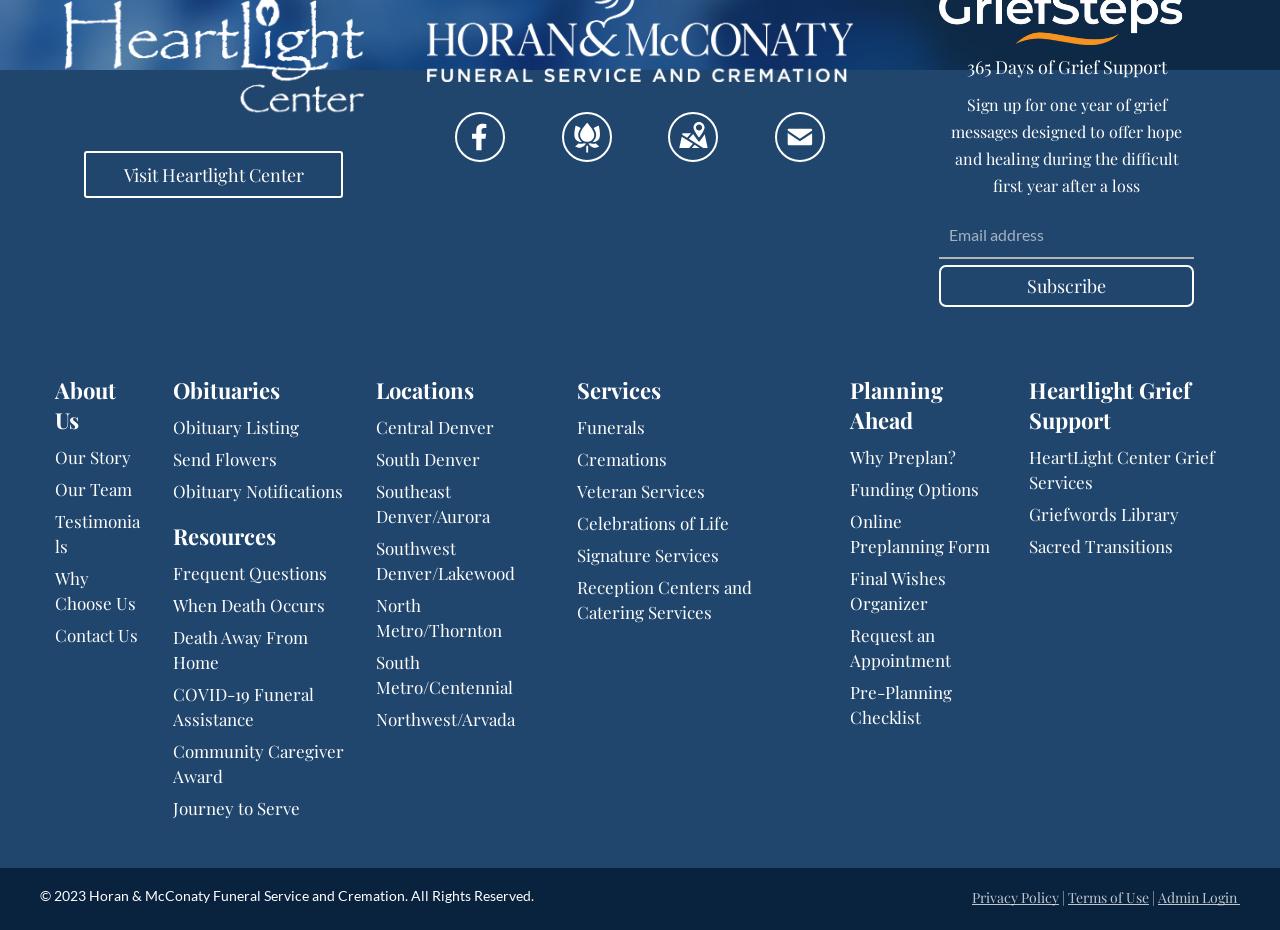  What do you see at coordinates (1196, 897) in the screenshot?
I see `'Admin Login'` at bounding box center [1196, 897].